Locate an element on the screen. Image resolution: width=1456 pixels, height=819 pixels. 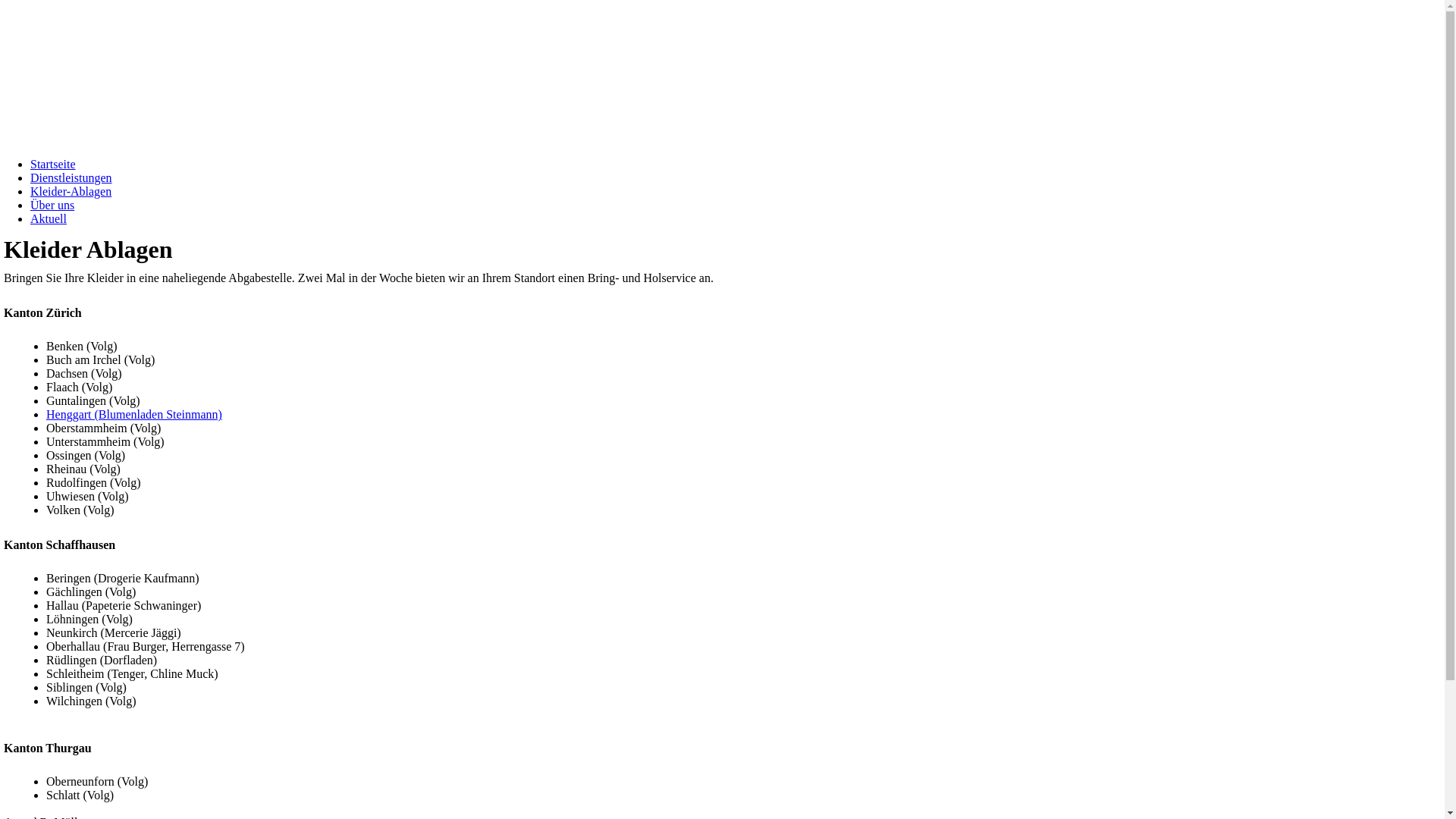
'Aktuell' is located at coordinates (48, 218).